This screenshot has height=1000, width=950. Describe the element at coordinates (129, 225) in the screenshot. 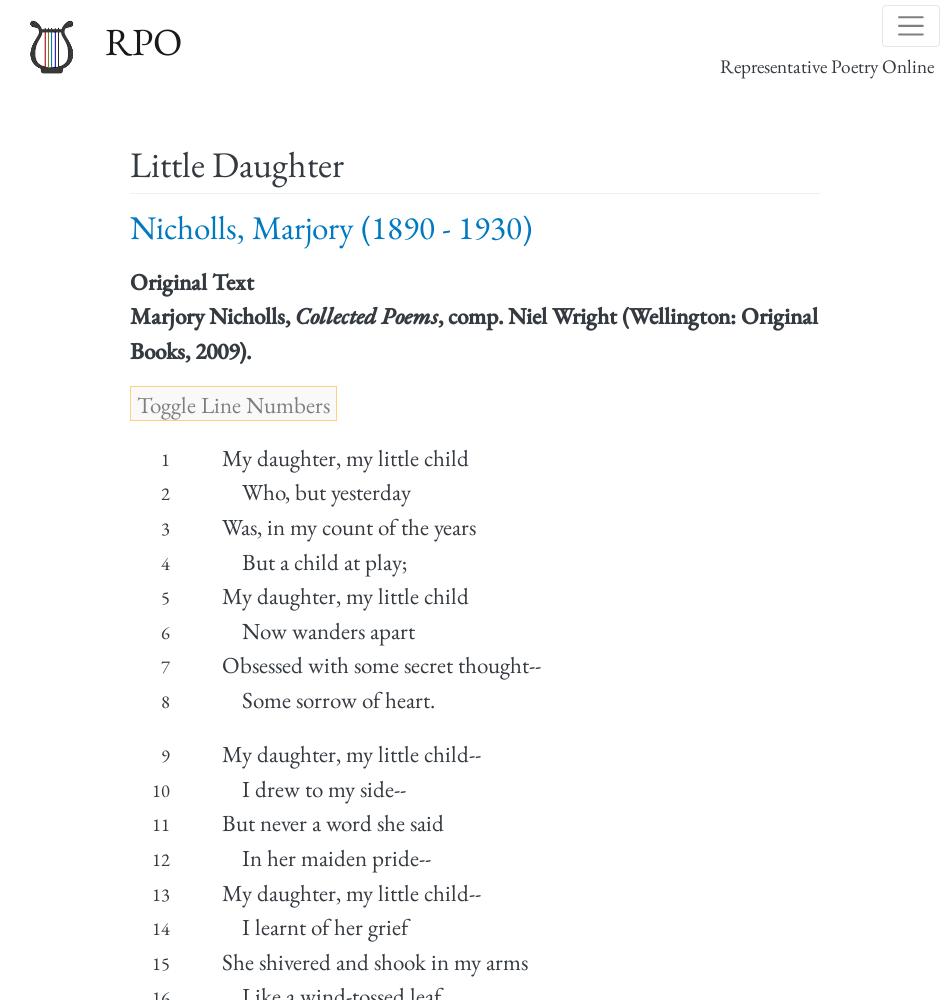

I see `'Nicholls, Marjory (1890 - 1930)'` at that location.